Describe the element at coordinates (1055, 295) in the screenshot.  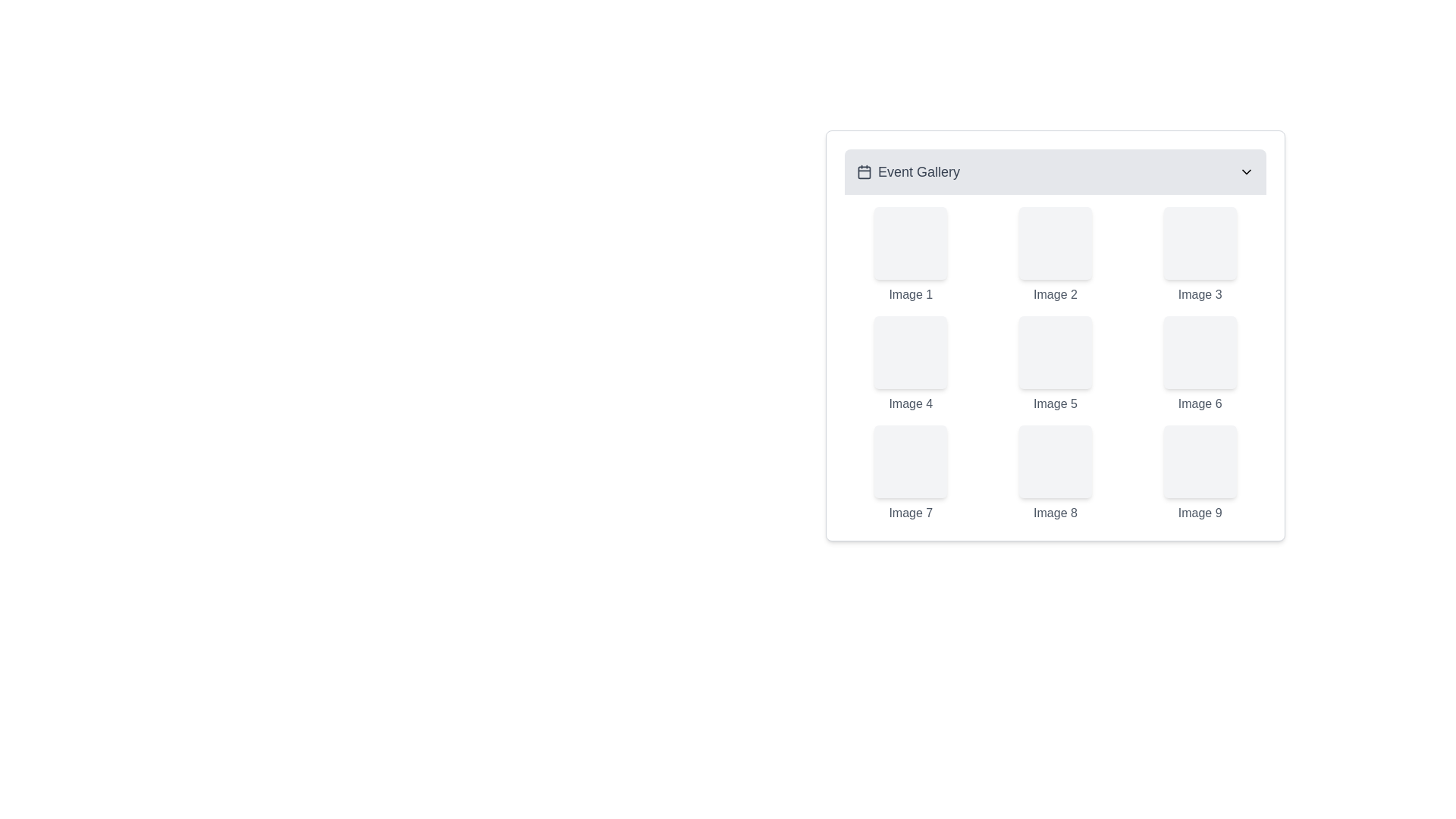
I see `the text label that serves as a description for the image placeholder, located at the upper-middle section of the gallery grid in the first row, center column` at that location.